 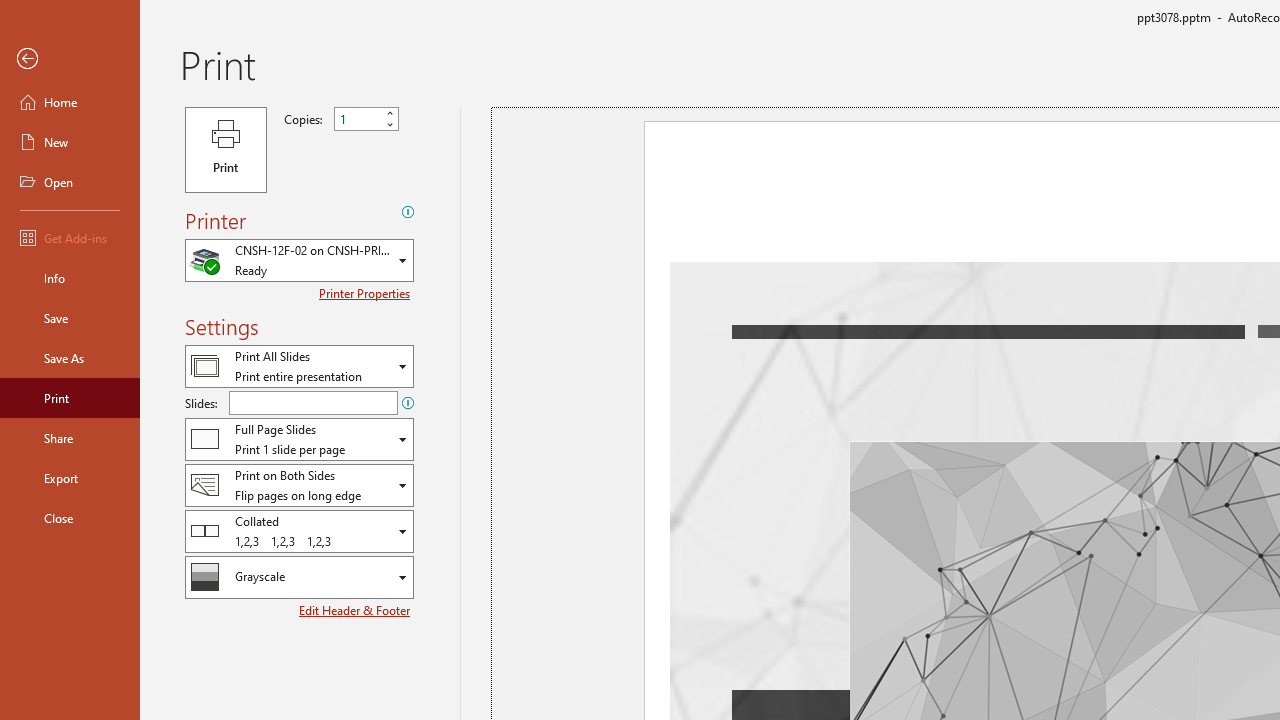 I want to click on 'Save As', so click(x=69, y=356).